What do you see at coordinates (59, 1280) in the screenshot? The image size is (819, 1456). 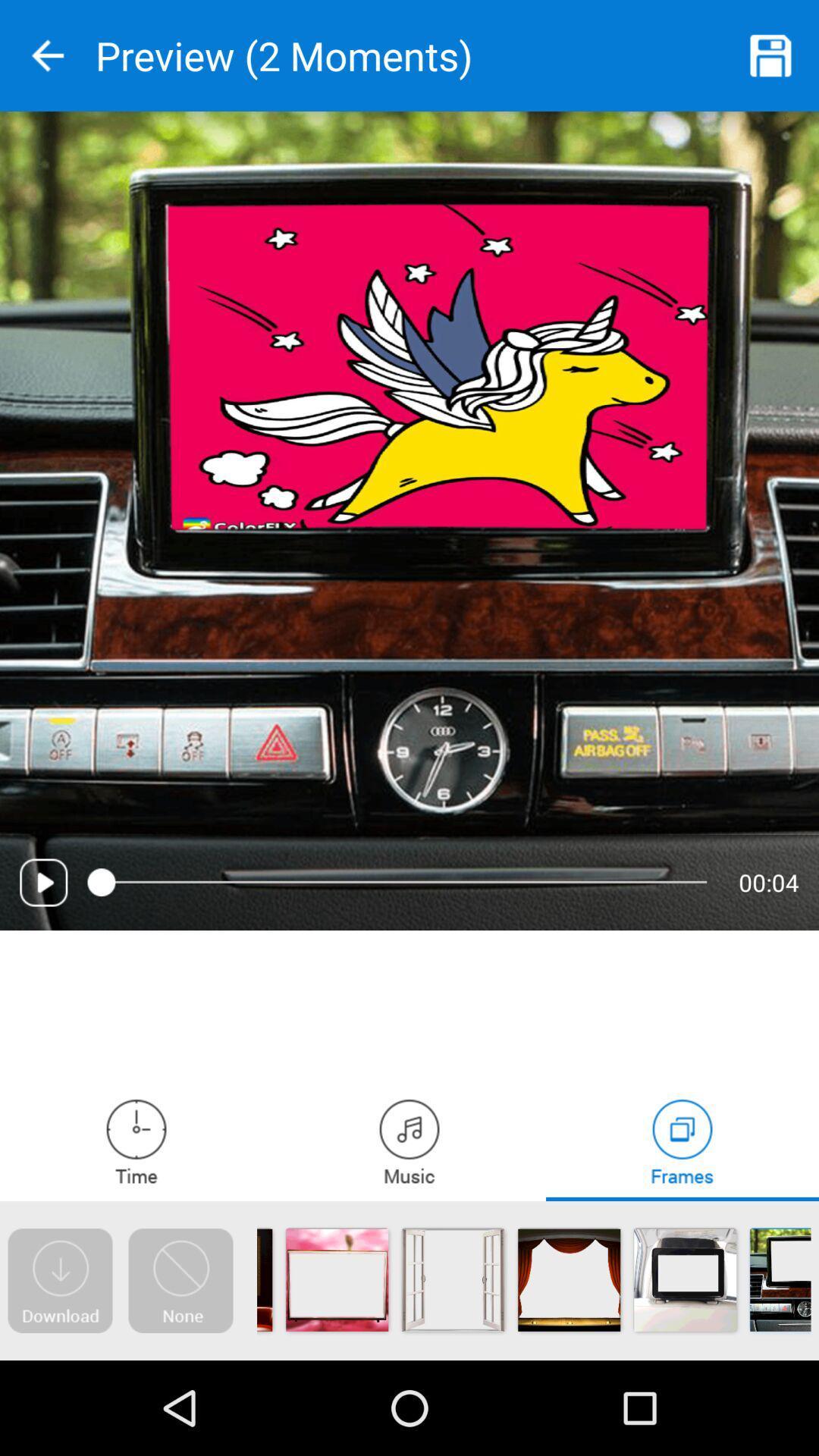 I see `download file` at bounding box center [59, 1280].